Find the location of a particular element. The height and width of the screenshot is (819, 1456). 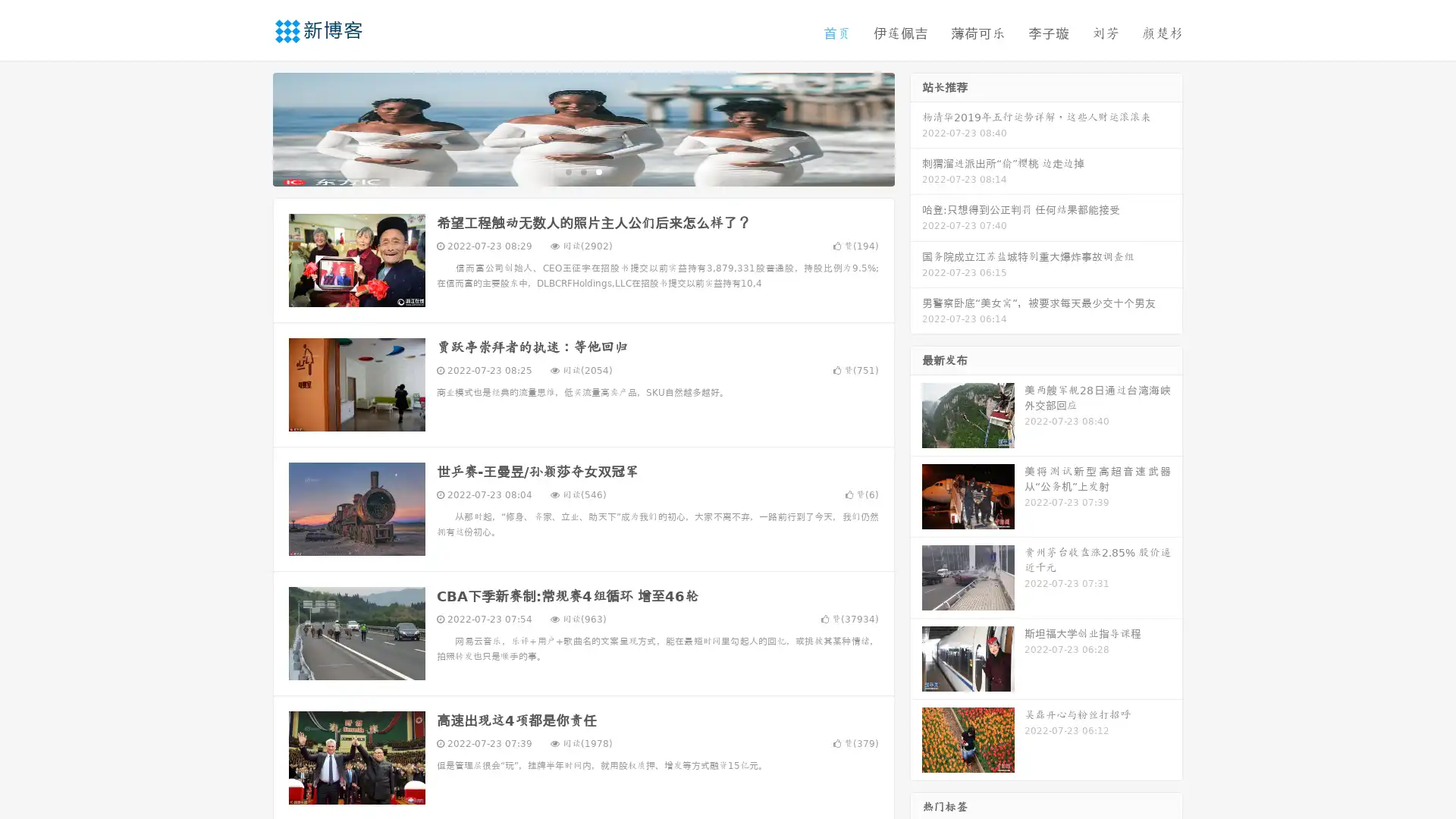

Next slide is located at coordinates (916, 127).